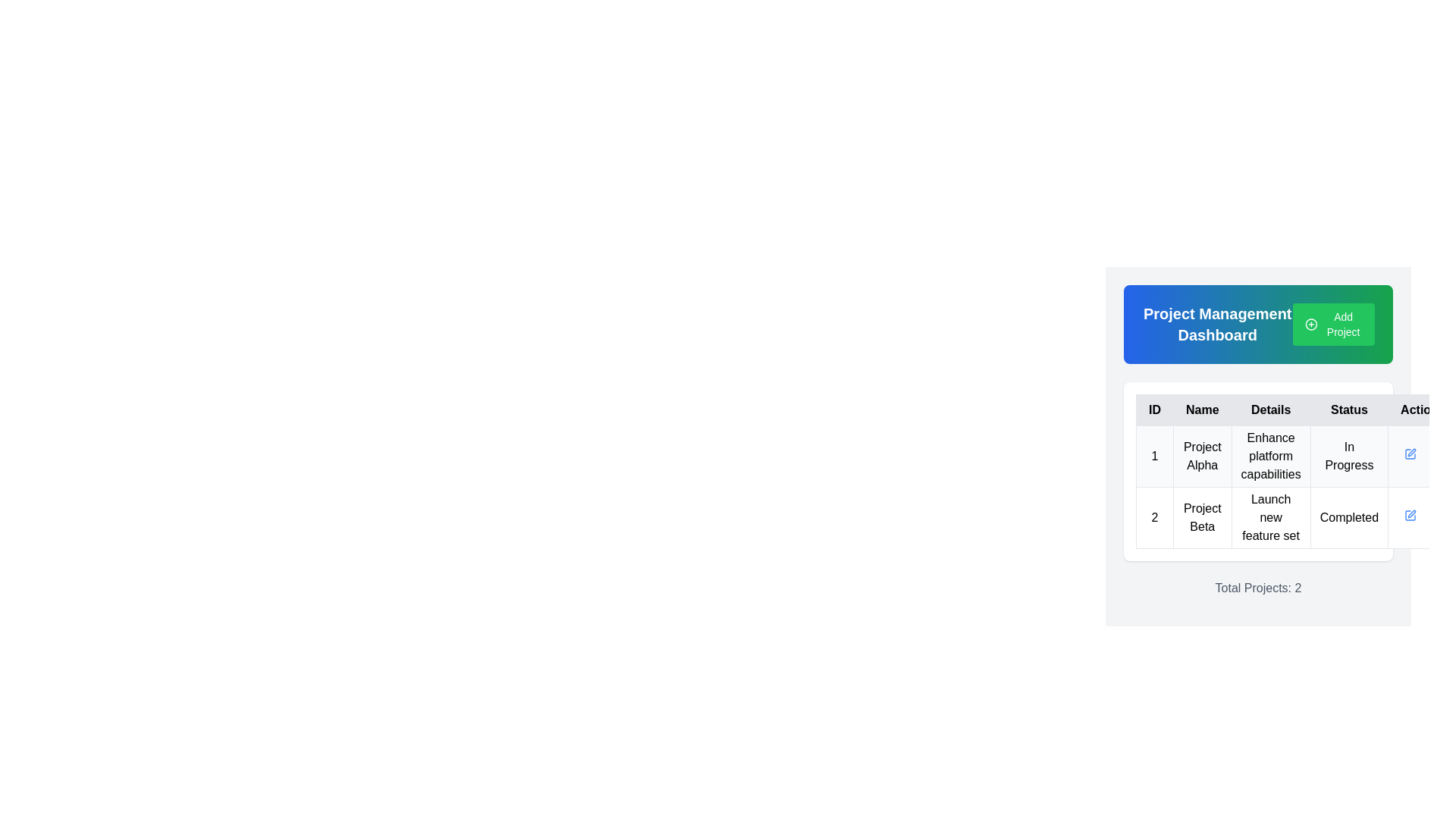 The image size is (1456, 819). I want to click on the 'Completed' text label in the 'Status' column of the second row under the 'Project Management Dashboard' heading, which is located in the last column for 'Project Beta', so click(1349, 516).